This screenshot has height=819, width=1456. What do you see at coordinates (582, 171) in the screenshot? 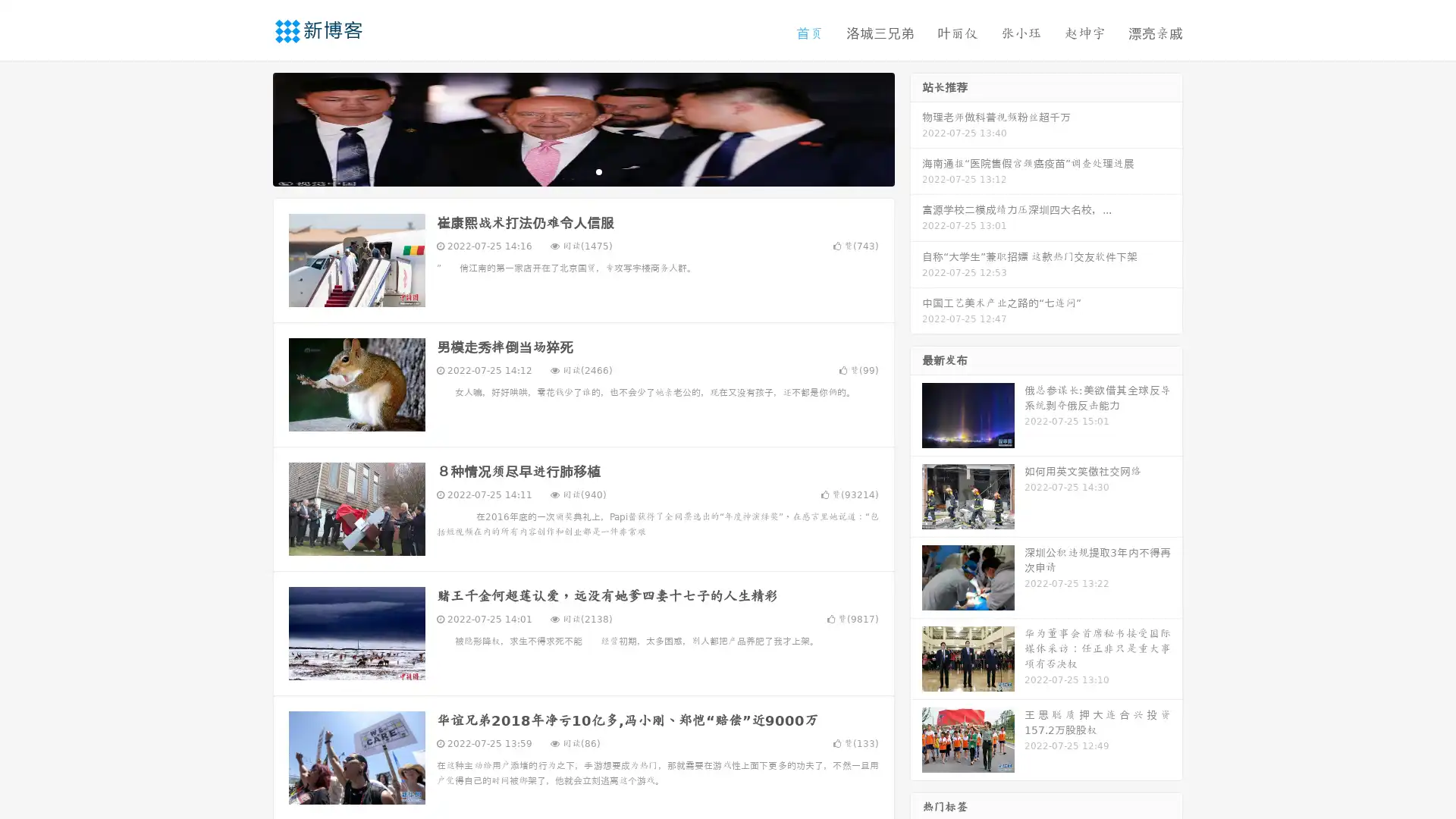
I see `Go to slide 2` at bounding box center [582, 171].